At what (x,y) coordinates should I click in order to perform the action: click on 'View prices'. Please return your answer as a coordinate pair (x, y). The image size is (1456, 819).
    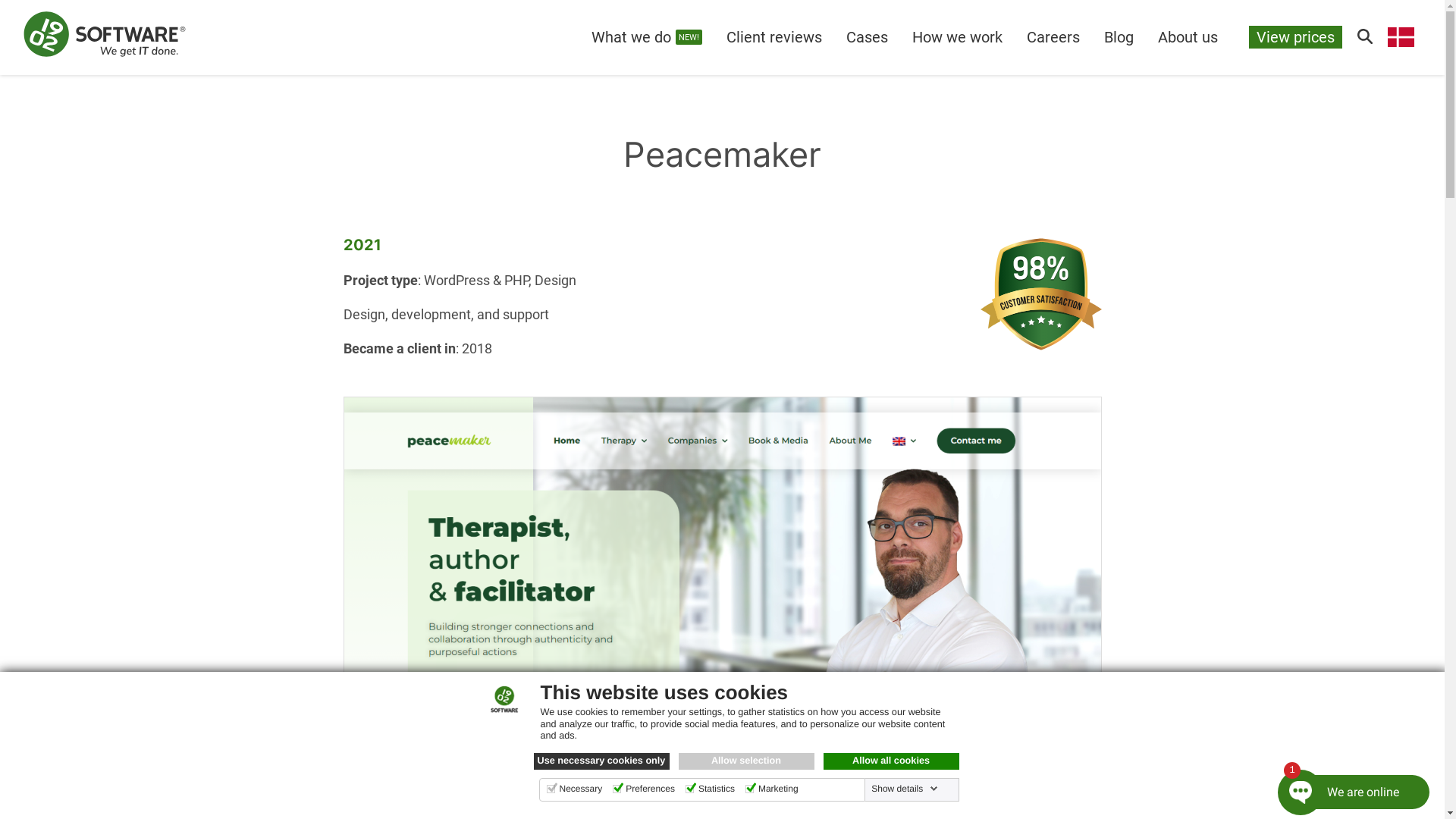
    Looking at the image, I should click on (1294, 36).